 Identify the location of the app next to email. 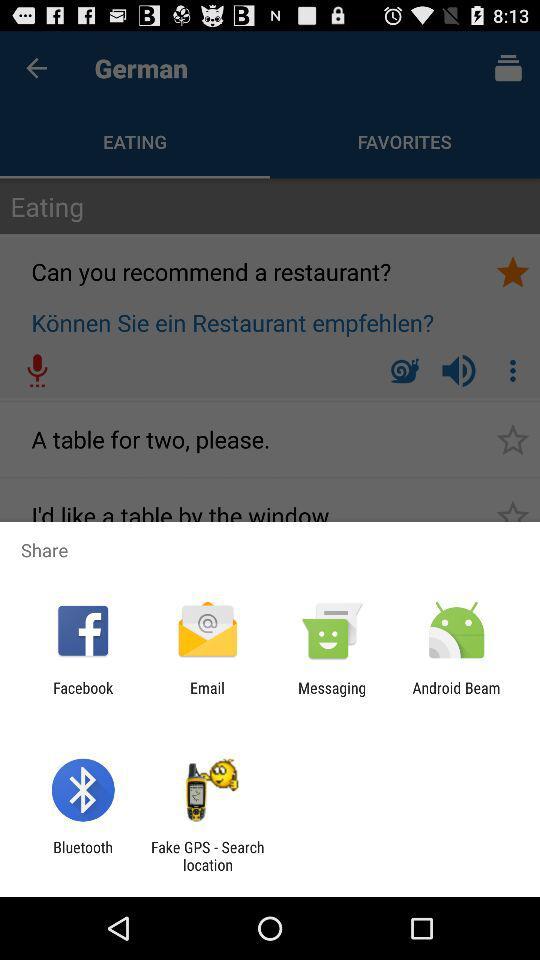
(82, 696).